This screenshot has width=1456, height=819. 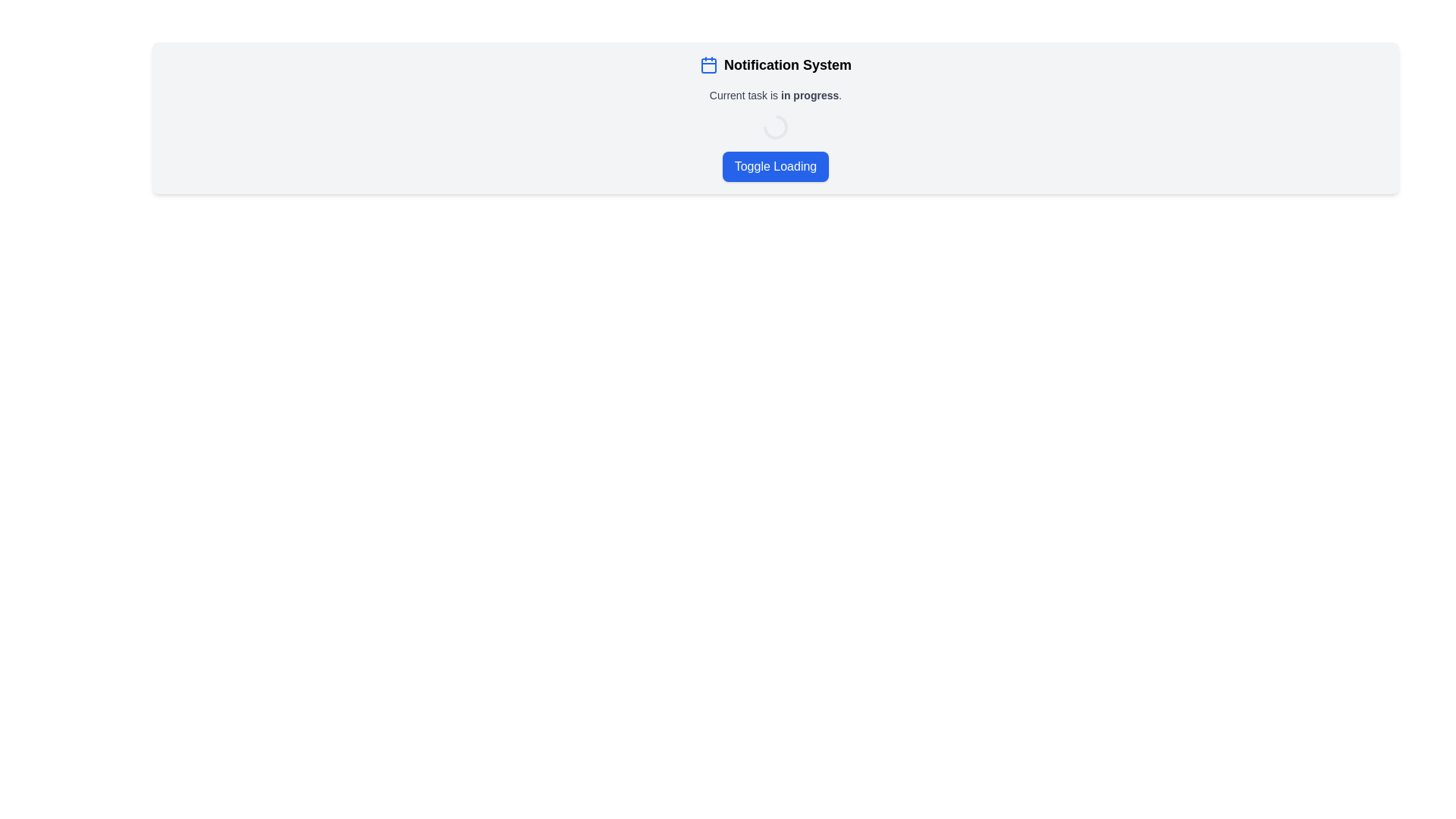 What do you see at coordinates (775, 64) in the screenshot?
I see `the static text and icon combination located at the top-center of the card-like component, which serves as a title or heading` at bounding box center [775, 64].